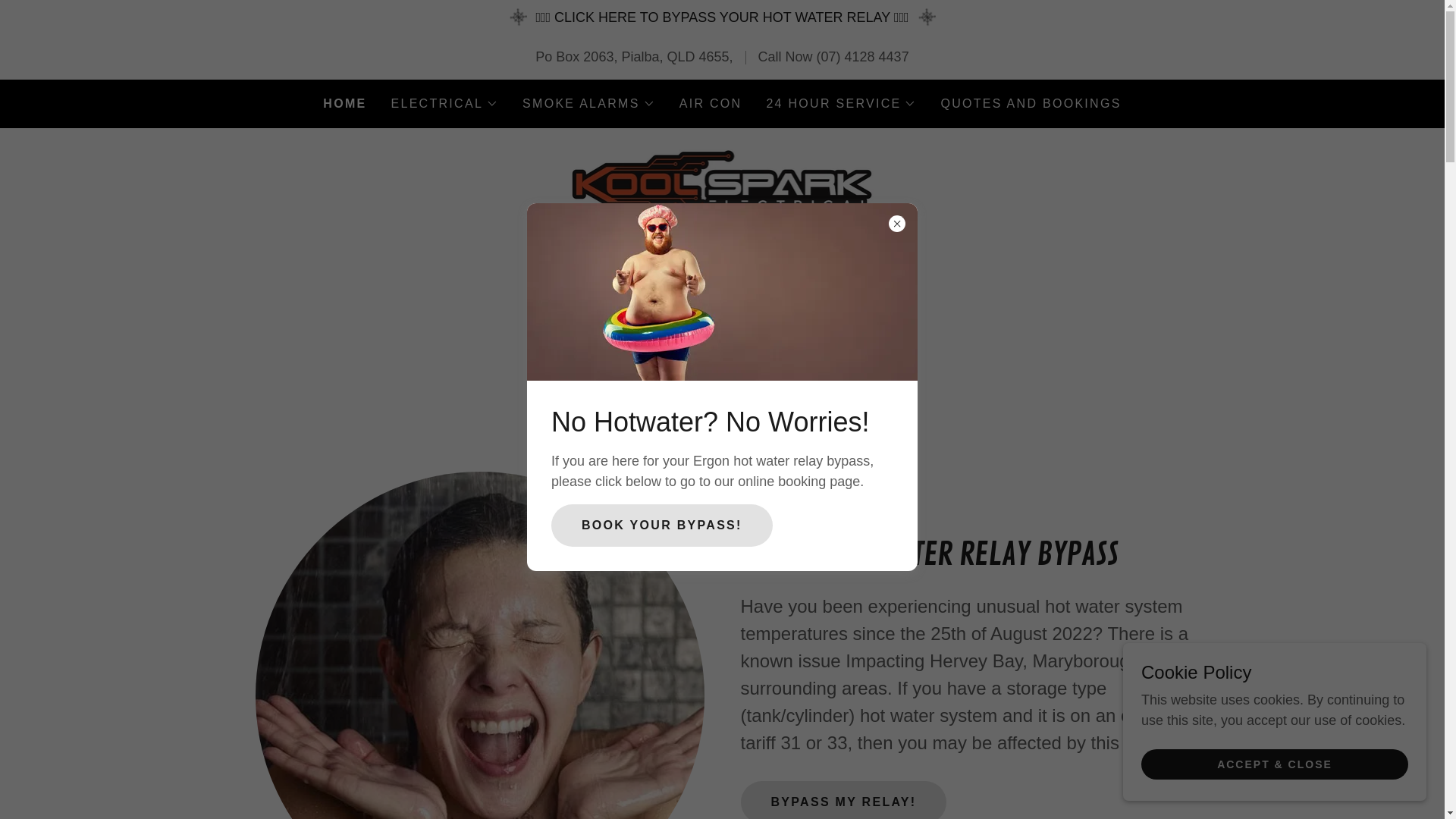 This screenshot has height=819, width=1456. Describe the element at coordinates (1274, 764) in the screenshot. I see `'ACCEPT & CLOSE'` at that location.